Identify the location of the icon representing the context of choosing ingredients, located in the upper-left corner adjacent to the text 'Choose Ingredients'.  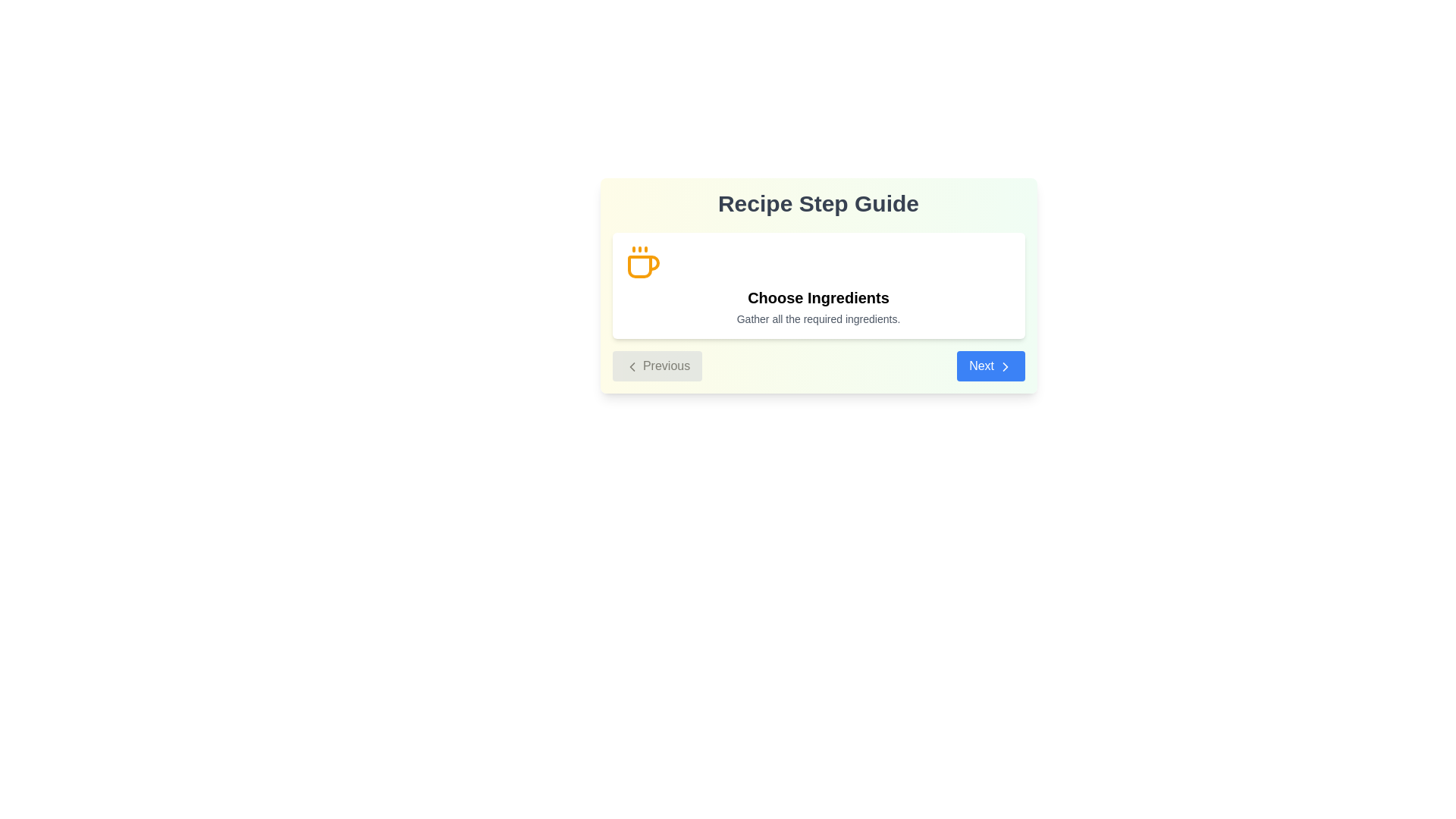
(642, 262).